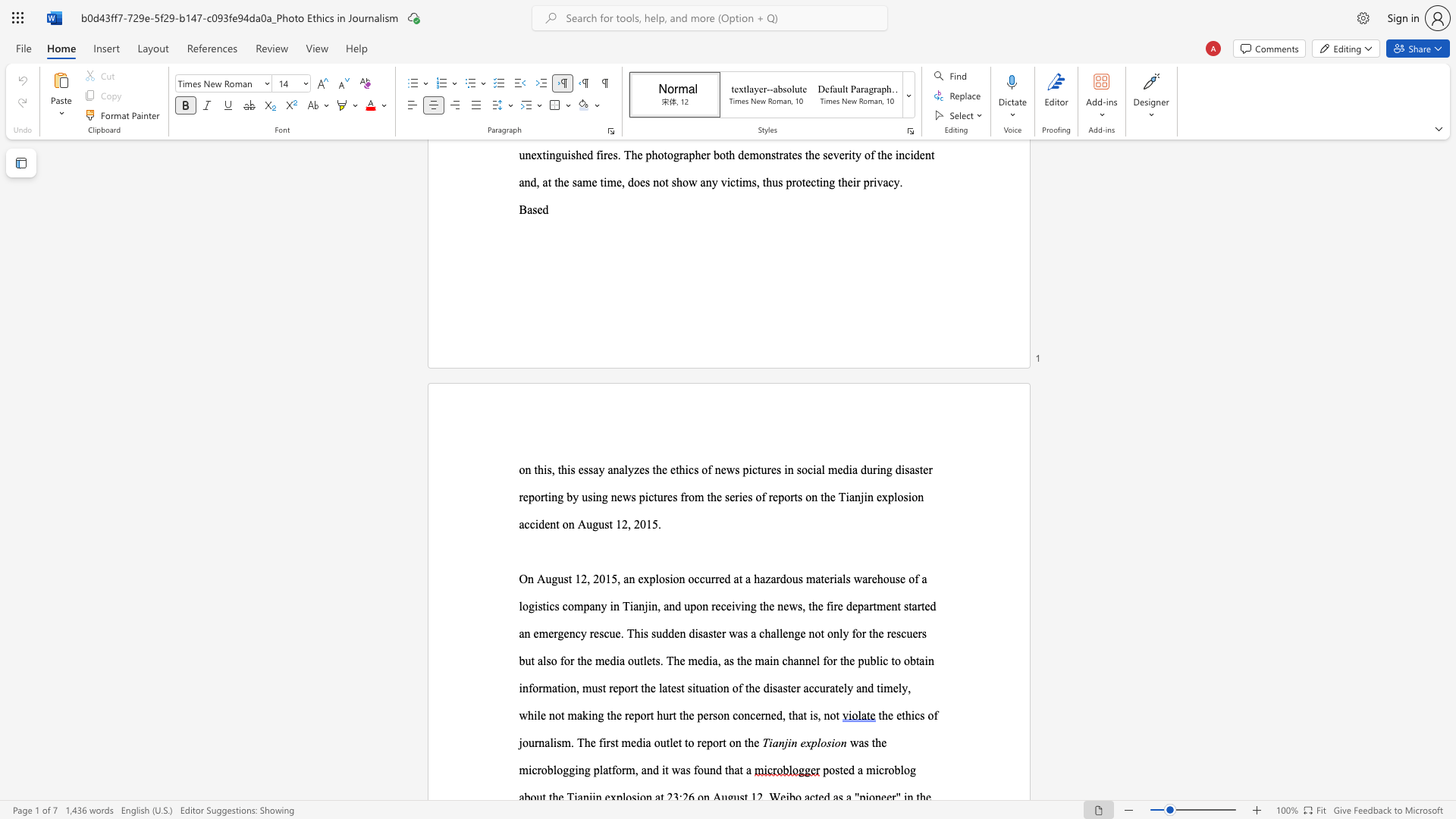 The width and height of the screenshot is (1456, 819). I want to click on the subset text "istic" within the text "a logistics", so click(535, 605).